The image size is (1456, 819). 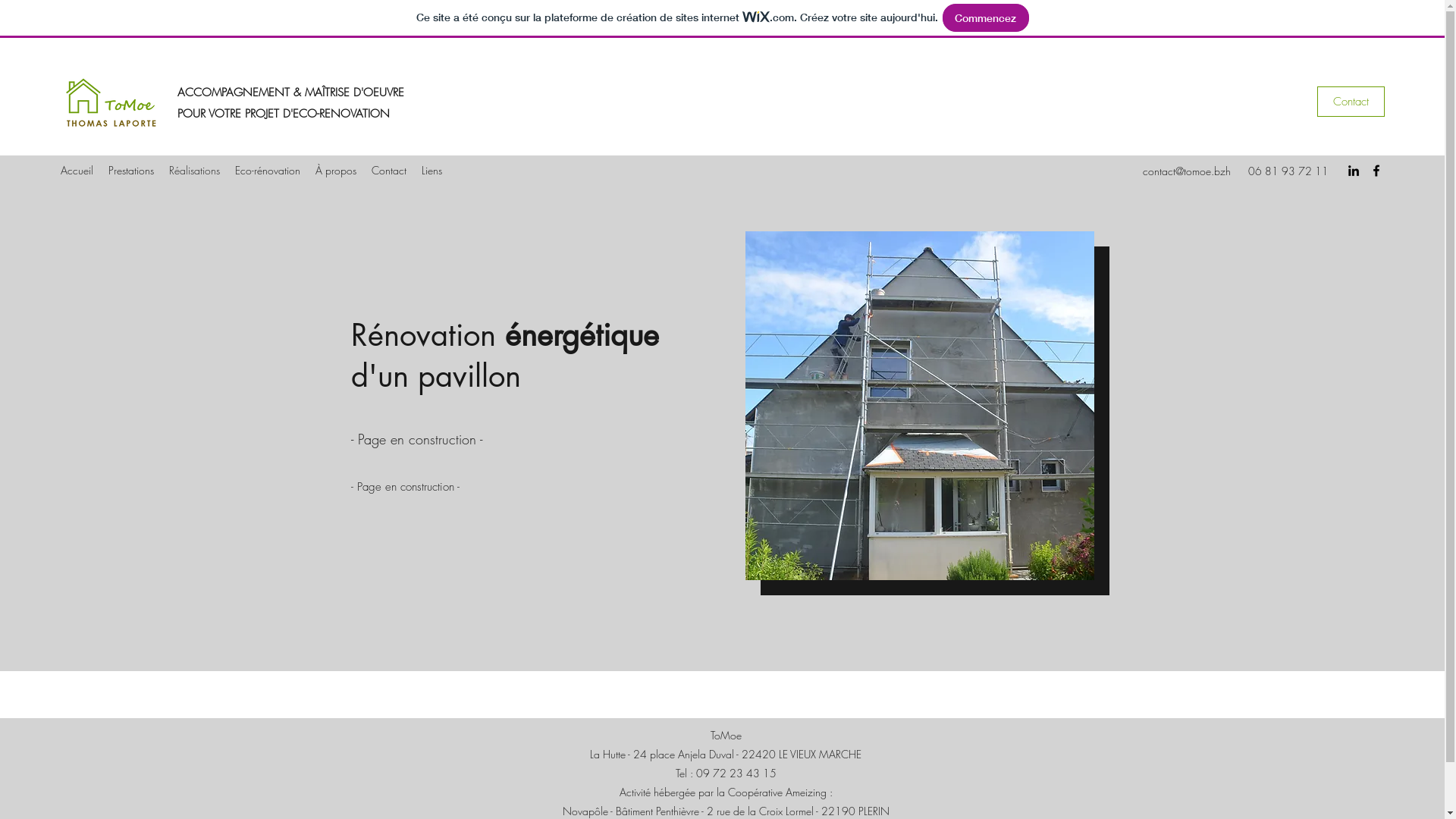 What do you see at coordinates (431, 170) in the screenshot?
I see `'Liens'` at bounding box center [431, 170].